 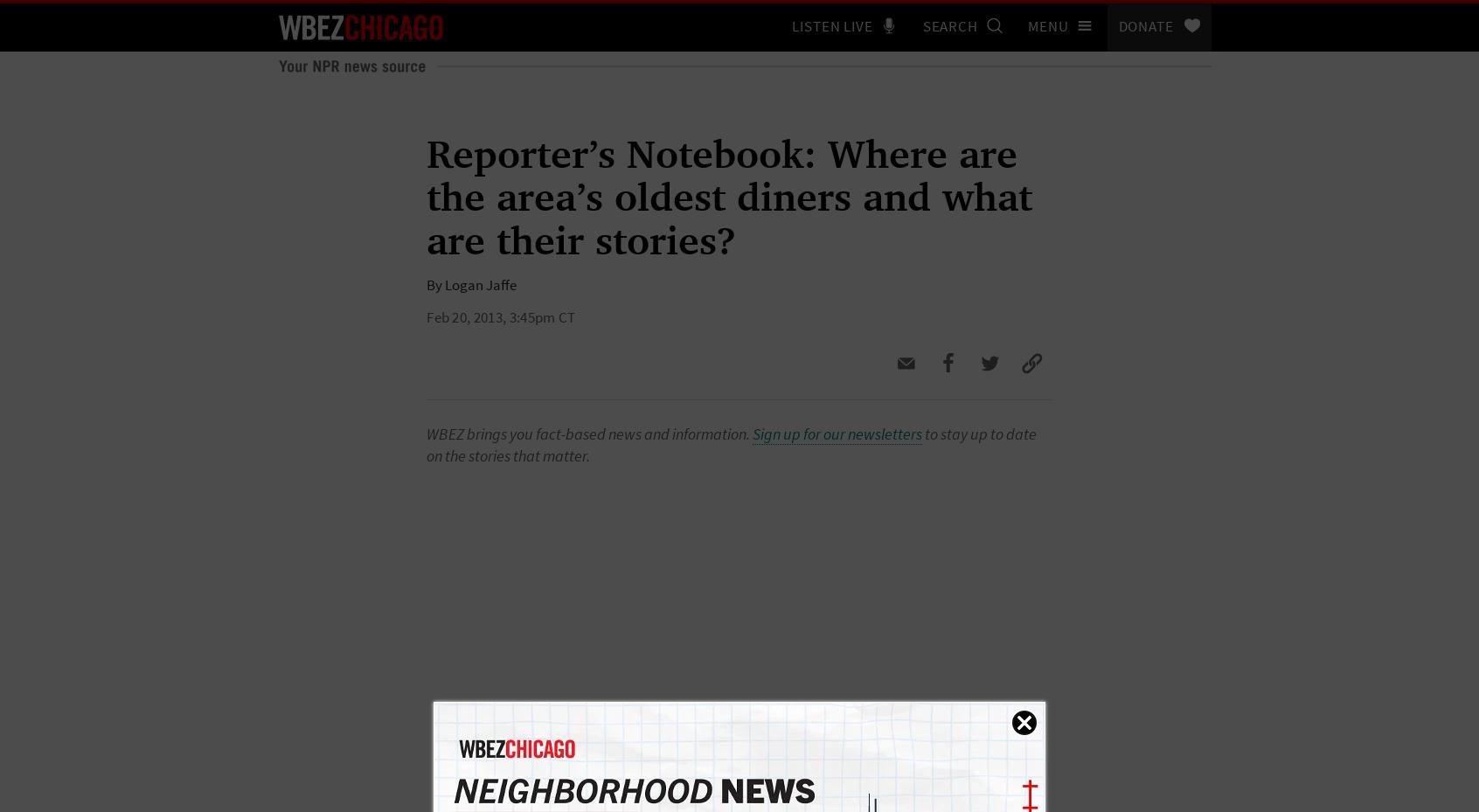 I want to click on 'Listen Live', so click(x=791, y=25).